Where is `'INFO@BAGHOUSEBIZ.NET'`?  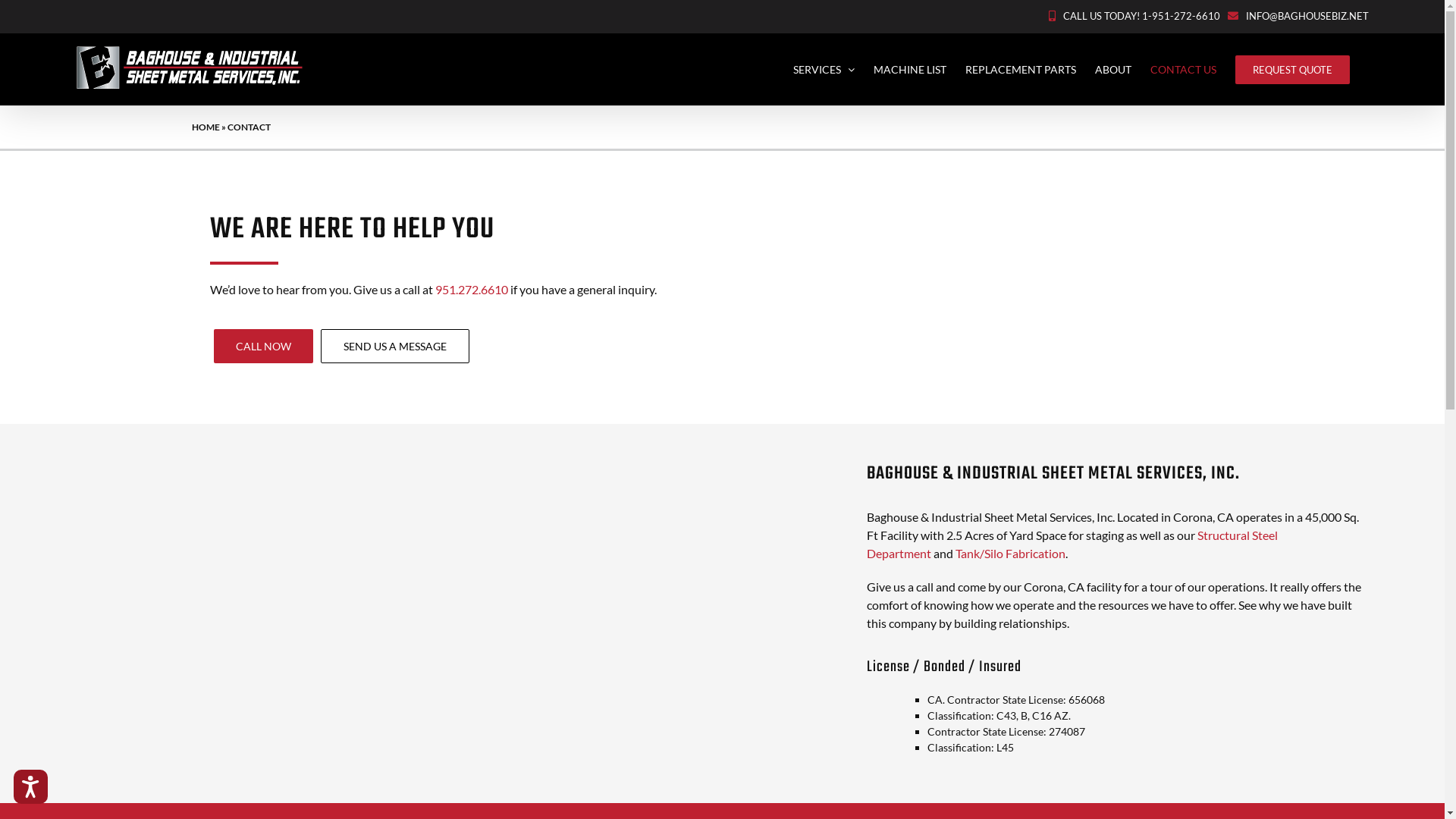 'INFO@BAGHOUSEBIZ.NET' is located at coordinates (1306, 15).